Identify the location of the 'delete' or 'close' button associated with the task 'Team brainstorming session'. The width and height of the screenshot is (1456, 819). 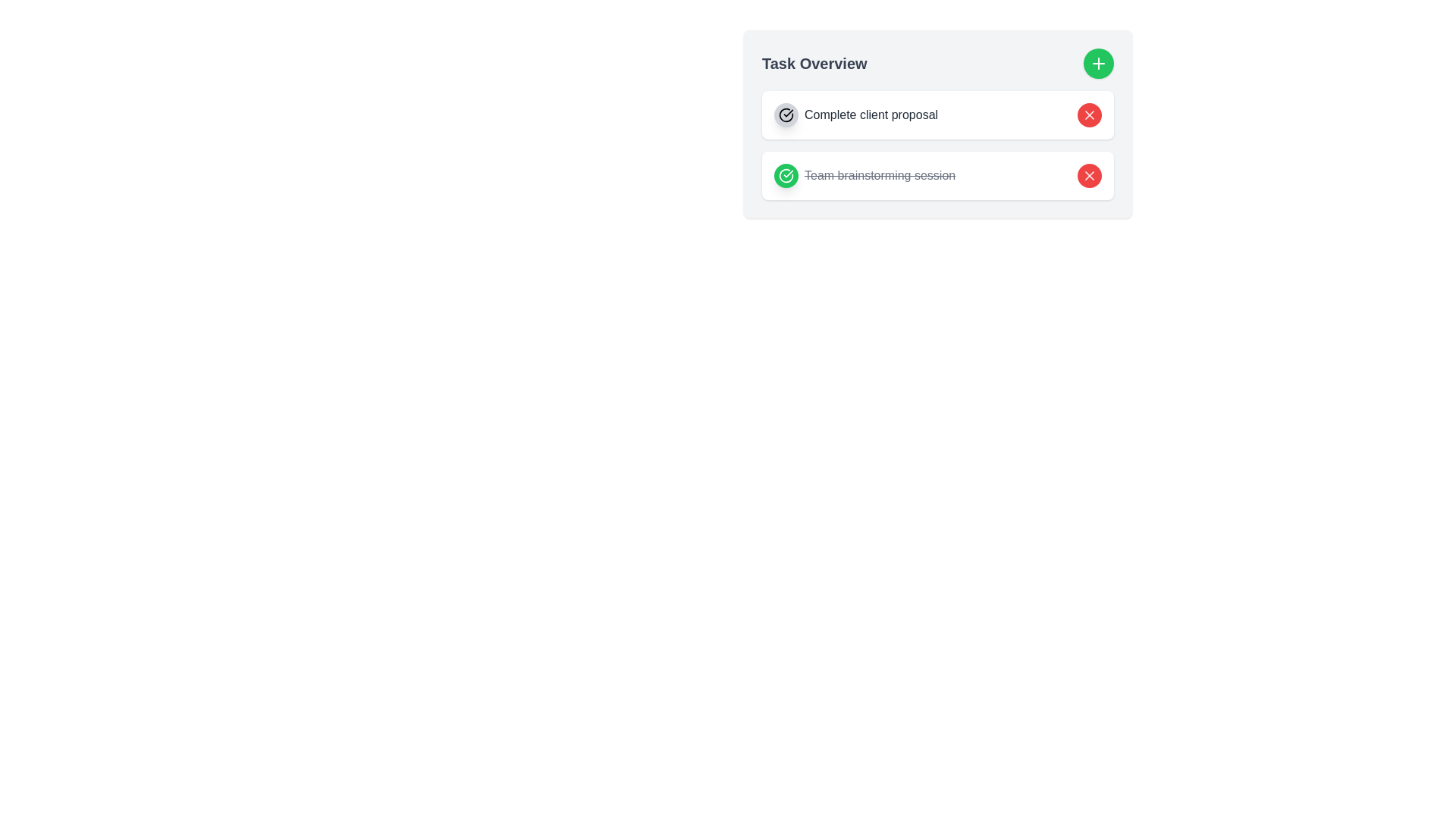
(1088, 174).